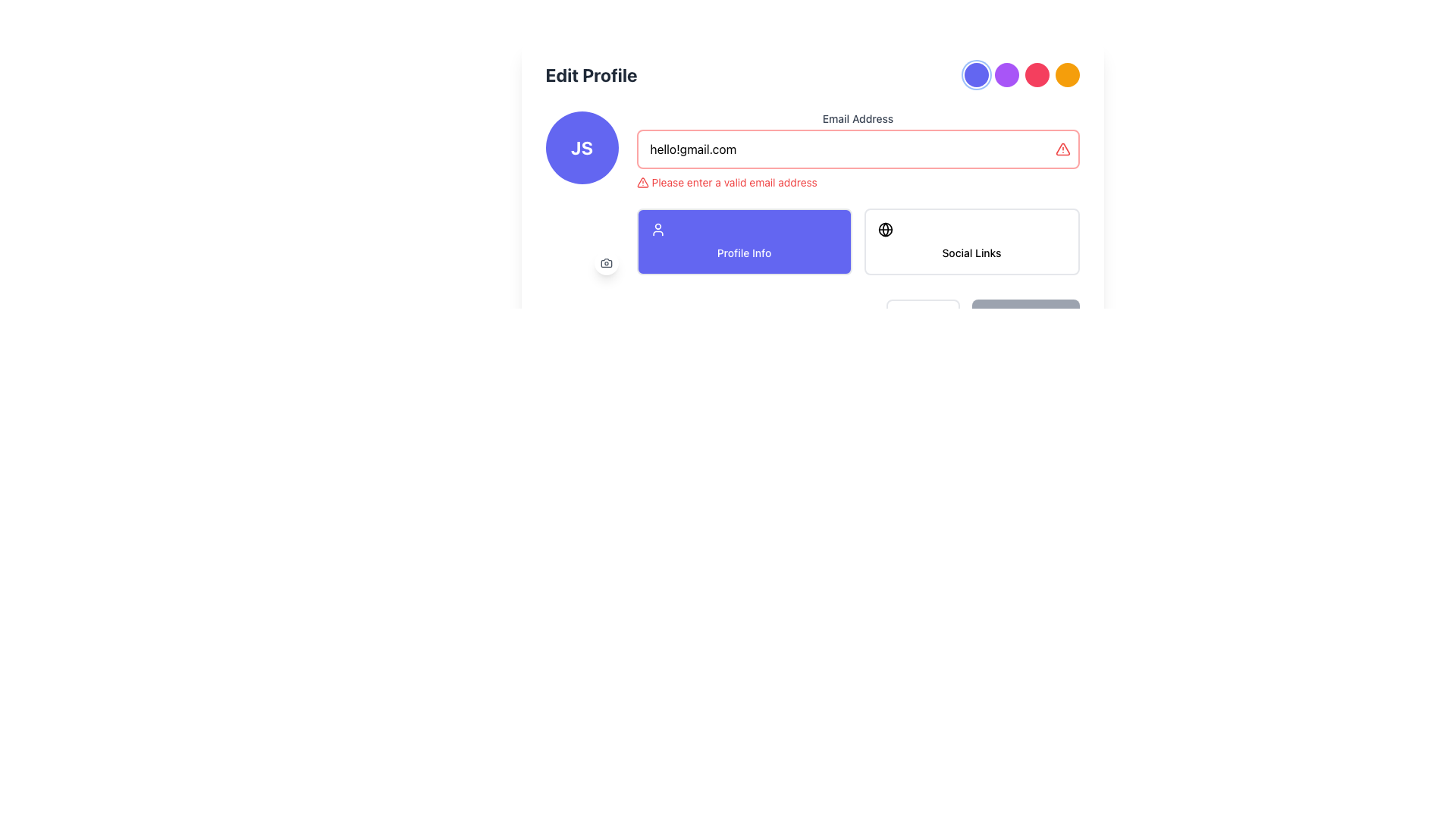  Describe the element at coordinates (971, 241) in the screenshot. I see `the 'Social Links' button, which is a rectangular button with a white background and a light gray border, featuring a globe icon and centered text, located in the right column of a two-button layout` at that location.